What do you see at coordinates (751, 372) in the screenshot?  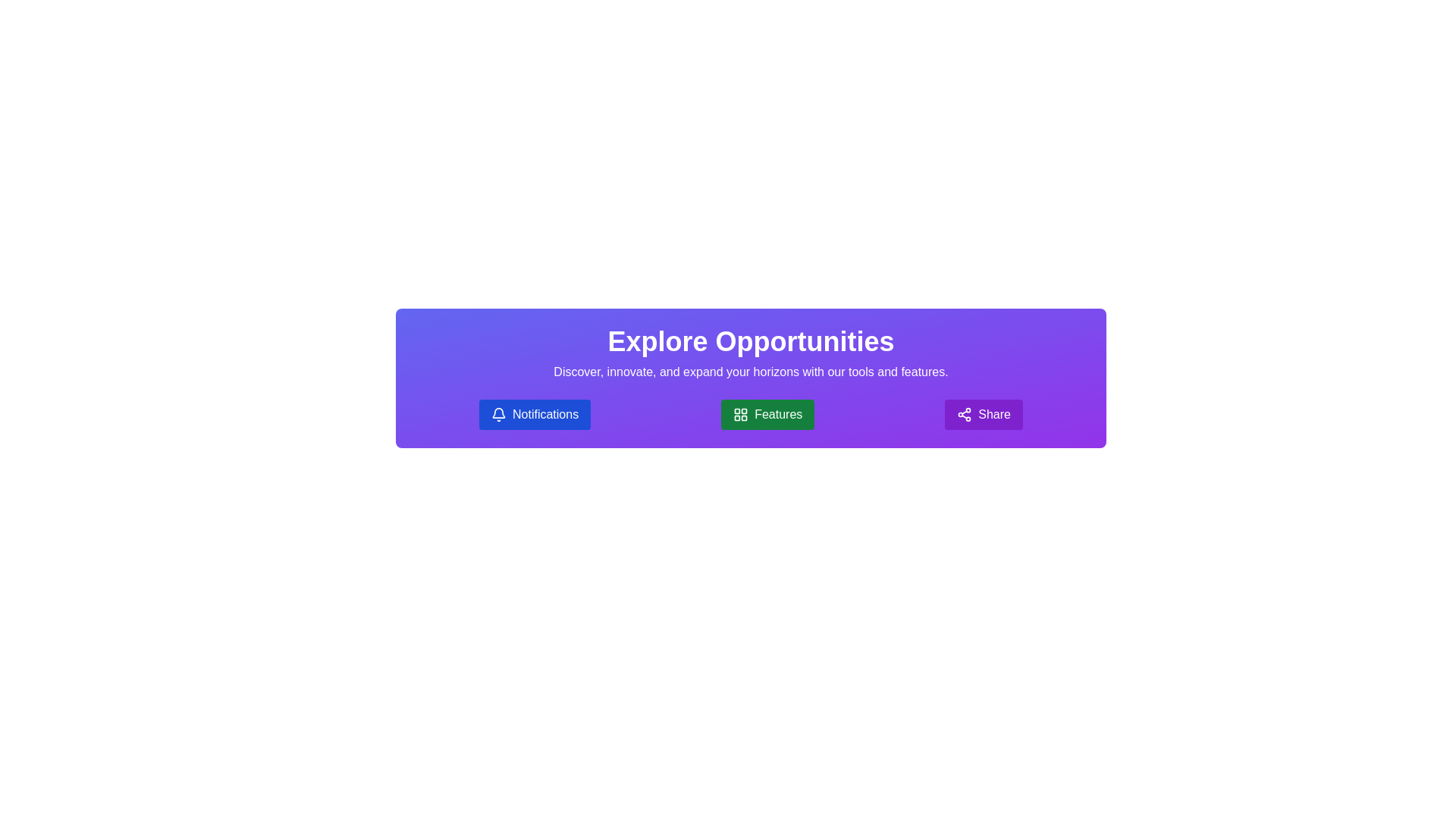 I see `the Text display element located below the 'Explore Opportunities' heading, which provides descriptive information and encourages exploration of resources` at bounding box center [751, 372].